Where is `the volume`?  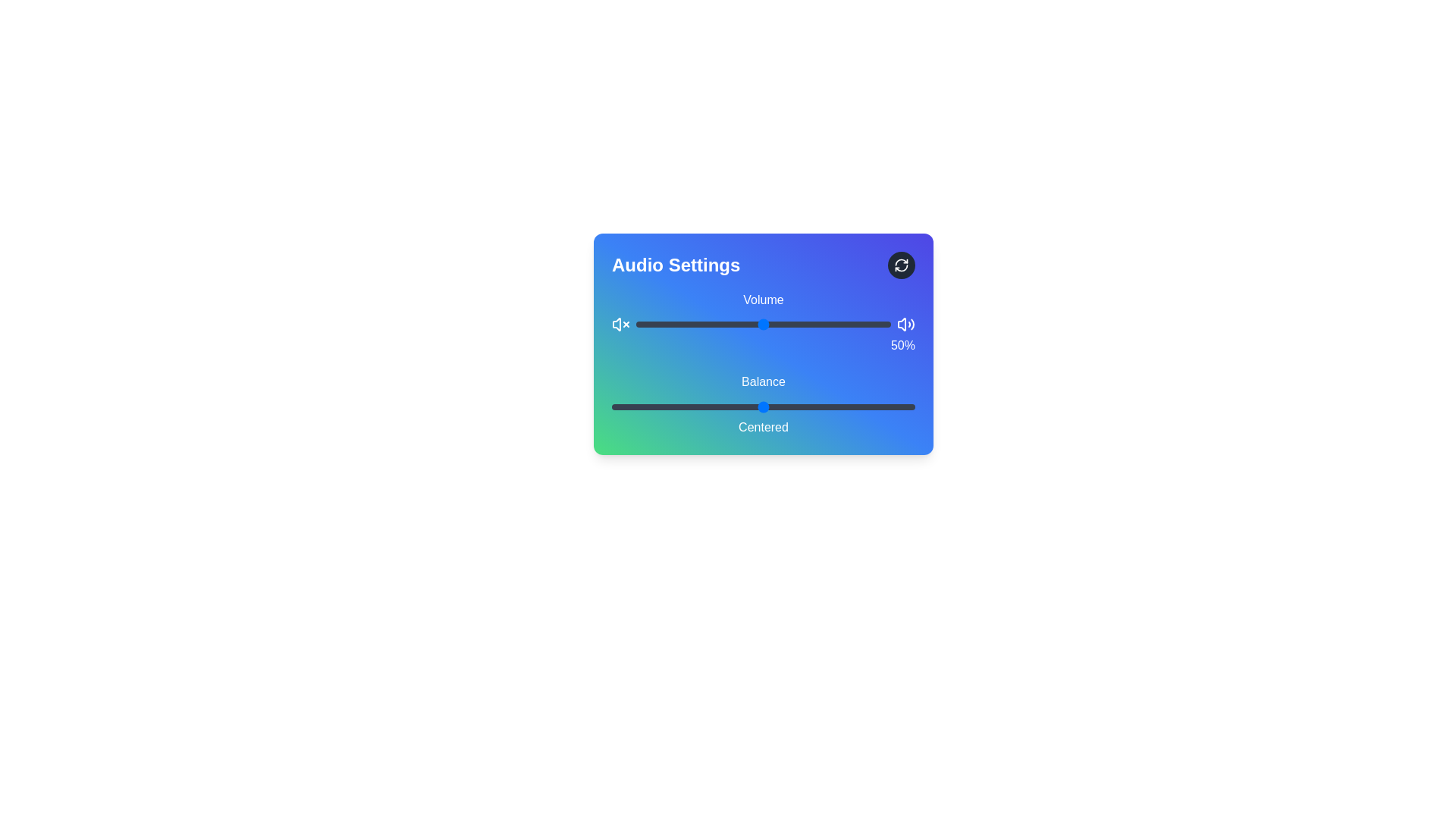
the volume is located at coordinates (816, 324).